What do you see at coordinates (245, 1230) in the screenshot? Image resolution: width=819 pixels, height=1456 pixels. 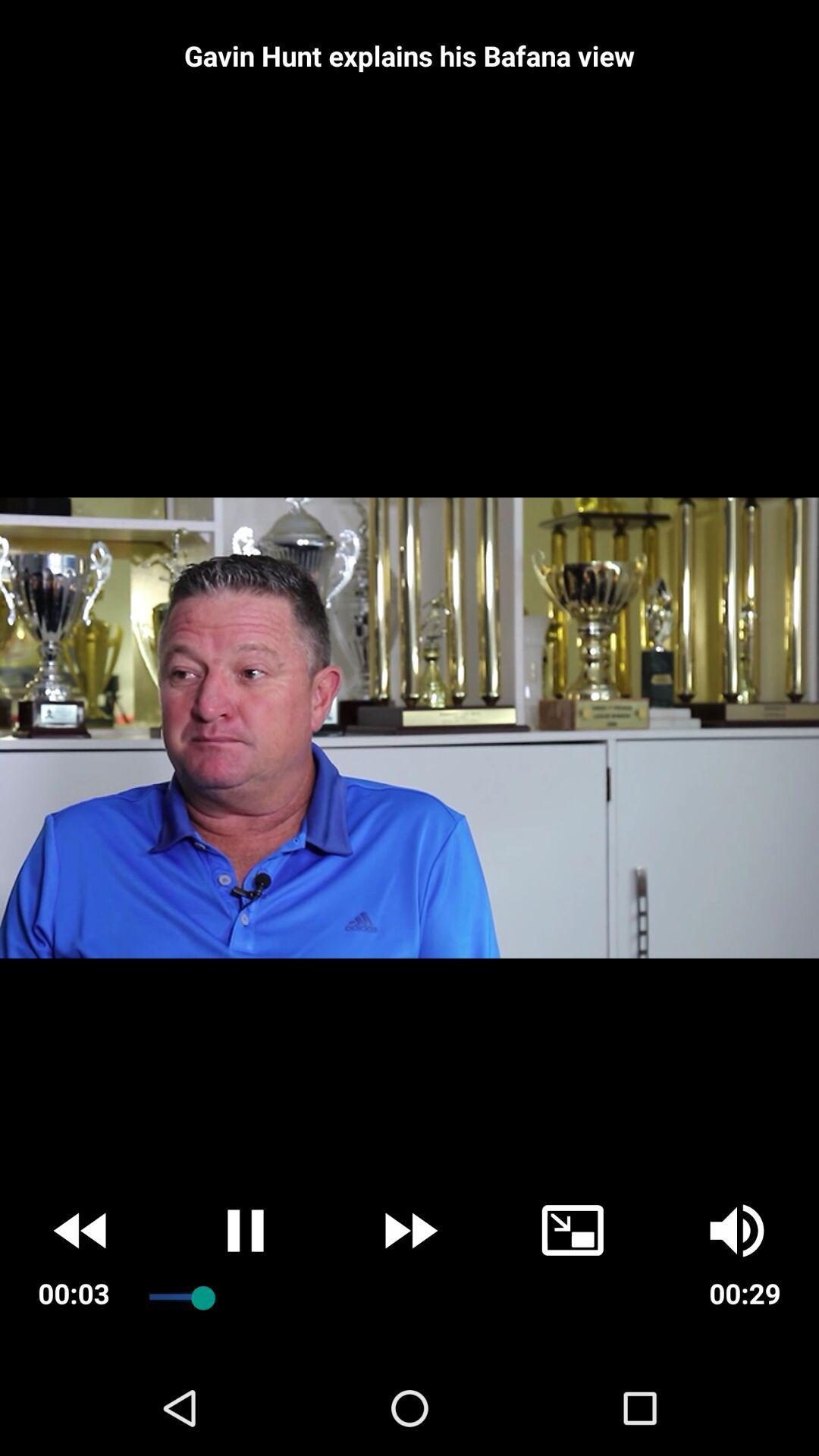 I see `the pause icon` at bounding box center [245, 1230].